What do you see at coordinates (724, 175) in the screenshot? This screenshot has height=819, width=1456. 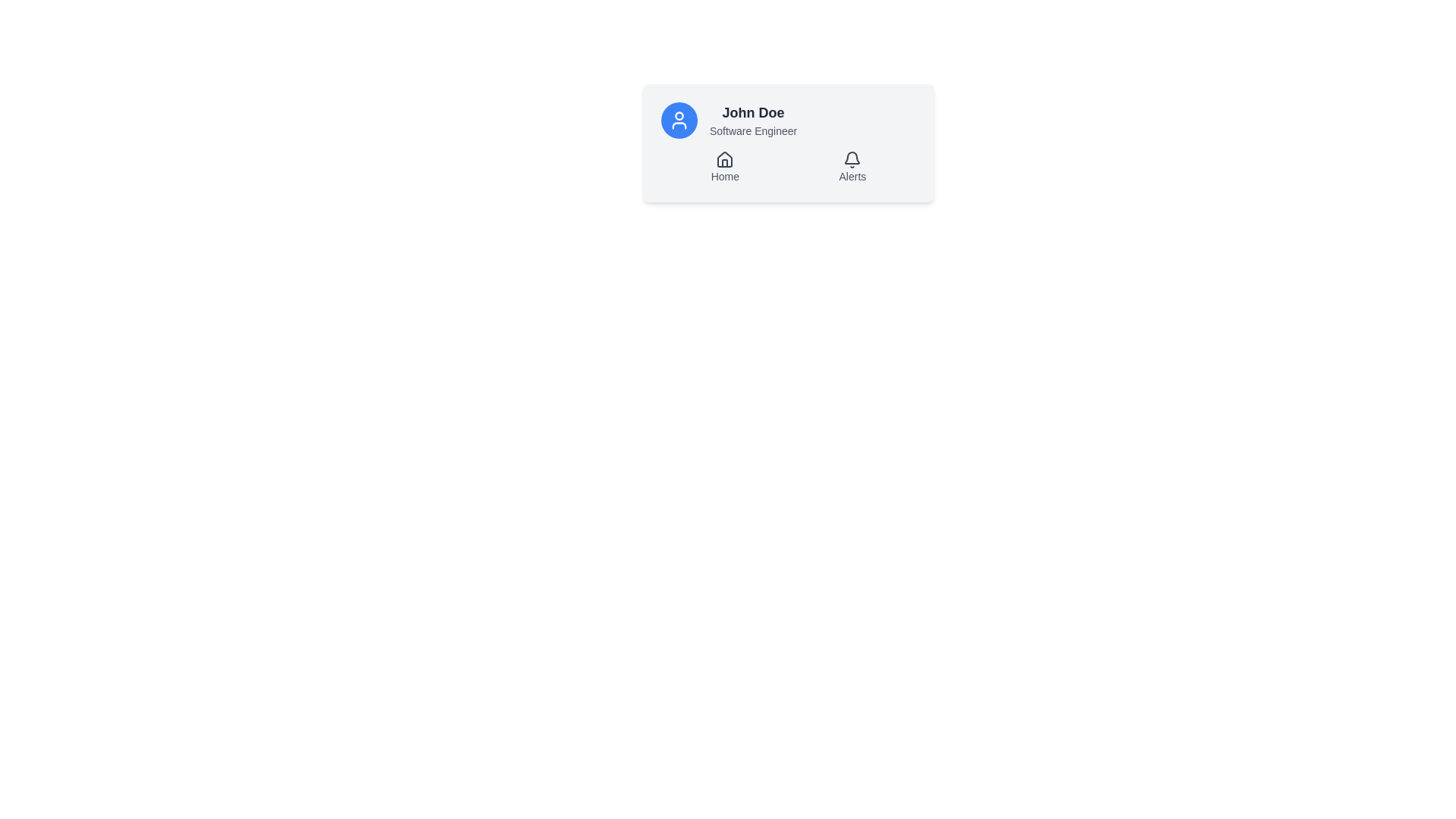 I see `the Text label that indicates the Home section, located below the house icon in a card component, aligned with the Alerts text on the right` at bounding box center [724, 175].